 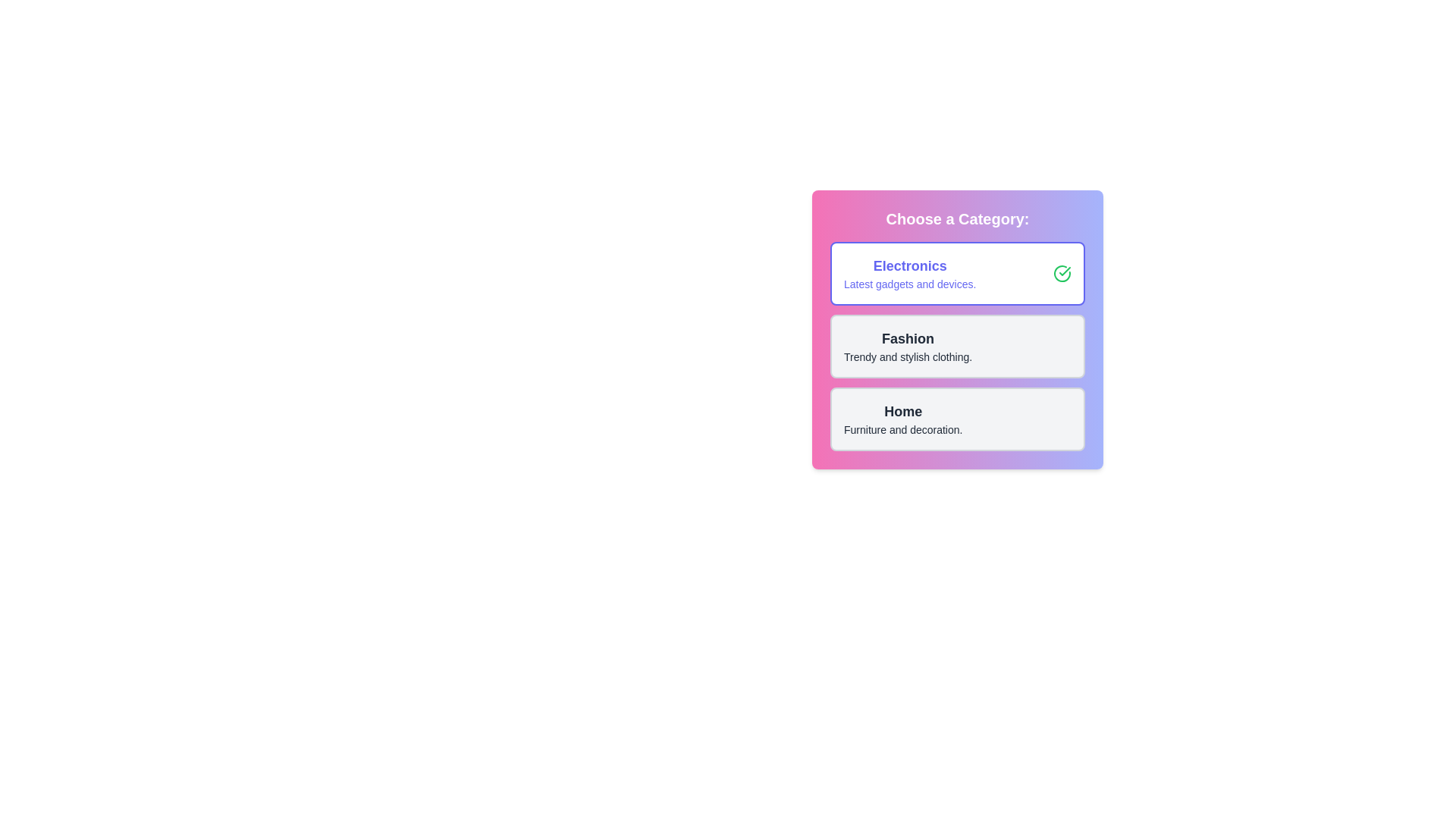 I want to click on the small green checkmark icon next to the text 'Electronics', which indicates a validation or selection state, so click(x=1064, y=271).